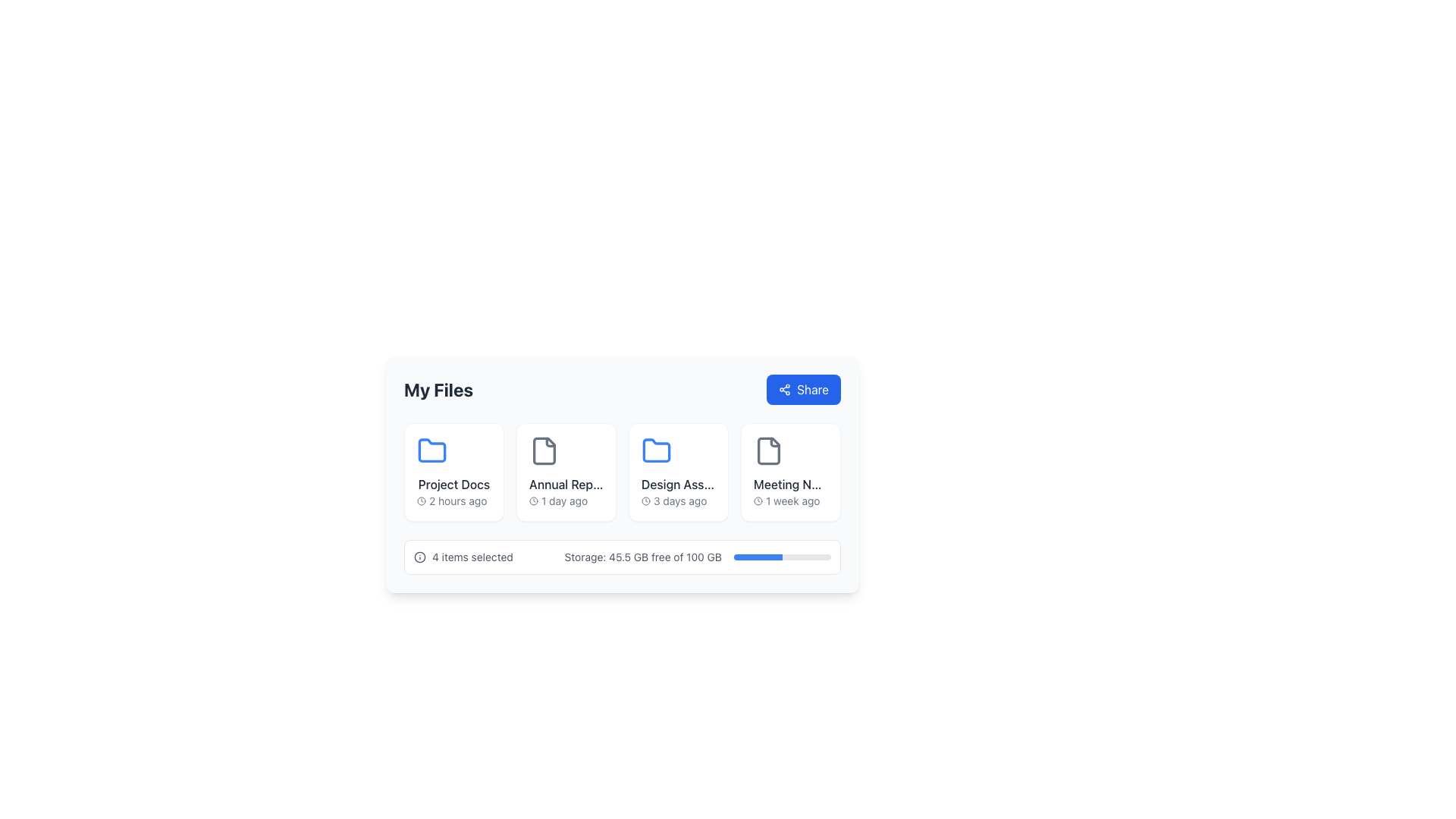 This screenshot has height=819, width=1456. I want to click on the Decorative icon or informational symbol located to the left of the '4 items selected' text in the 'My Files' section, so click(419, 557).